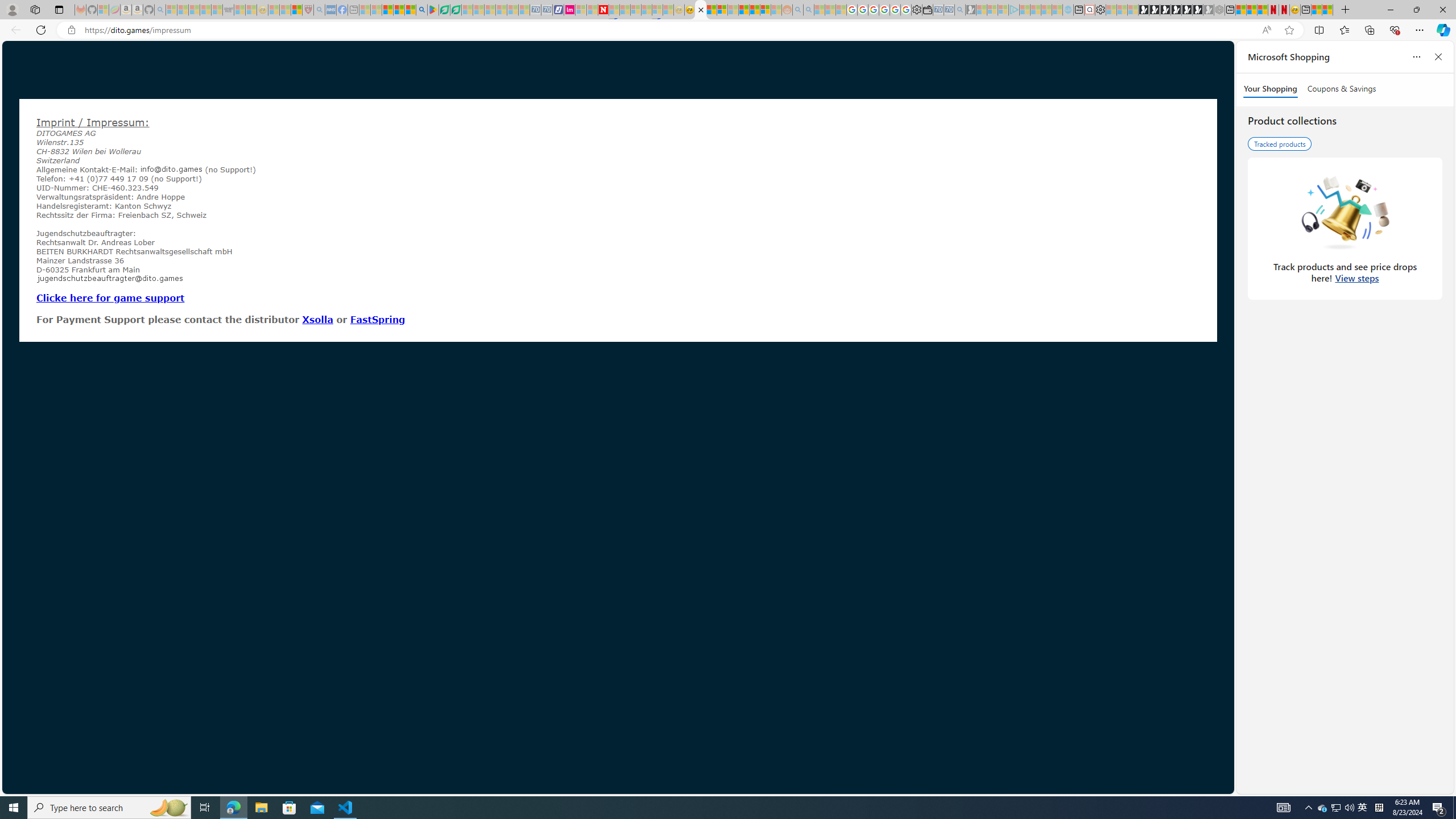 Image resolution: width=1456 pixels, height=819 pixels. I want to click on 'Trusted Community Engagement and Contributions | Guidelines', so click(614, 9).